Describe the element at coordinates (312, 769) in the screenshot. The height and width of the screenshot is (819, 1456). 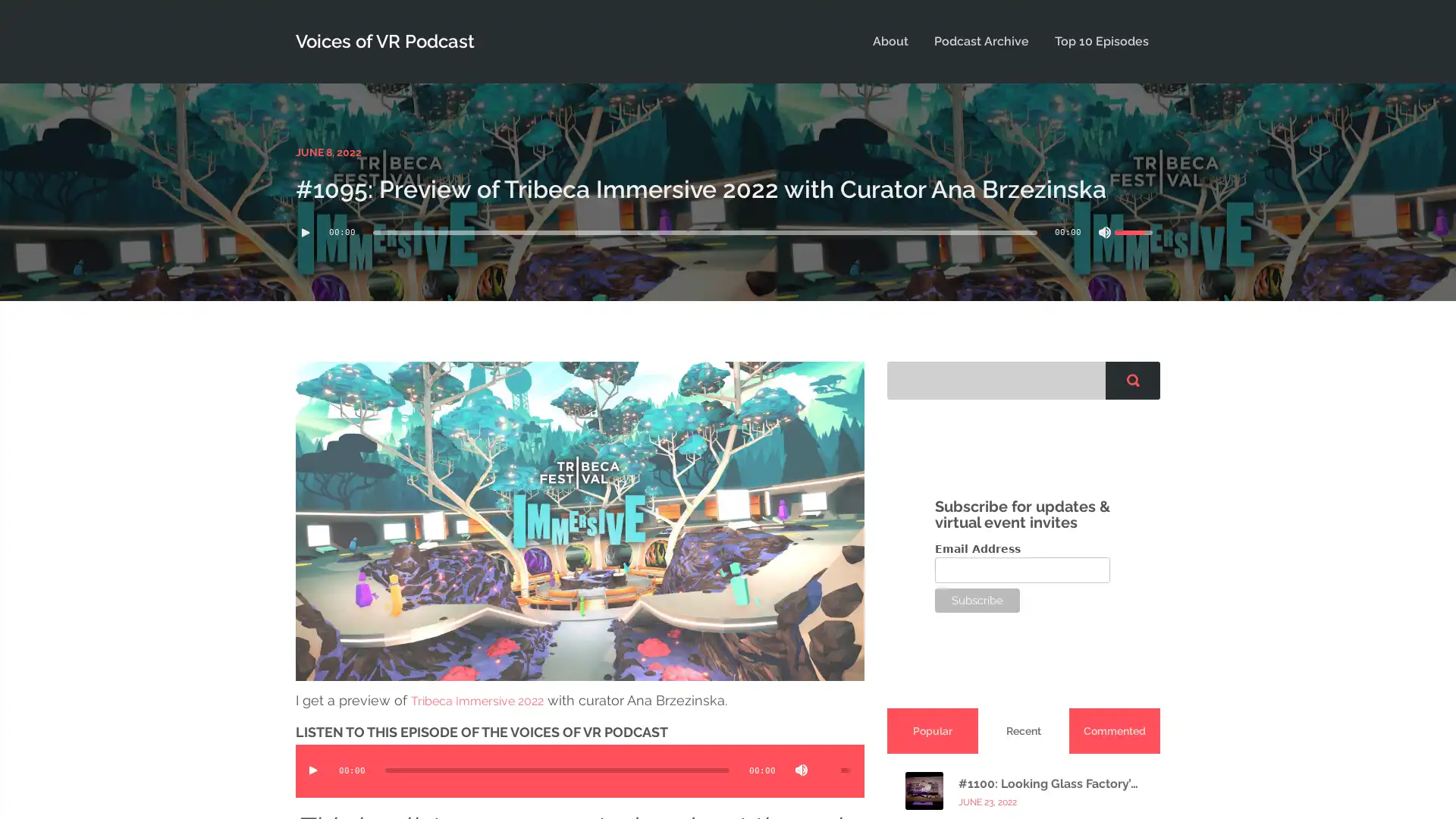
I see `Play/Pause` at that location.